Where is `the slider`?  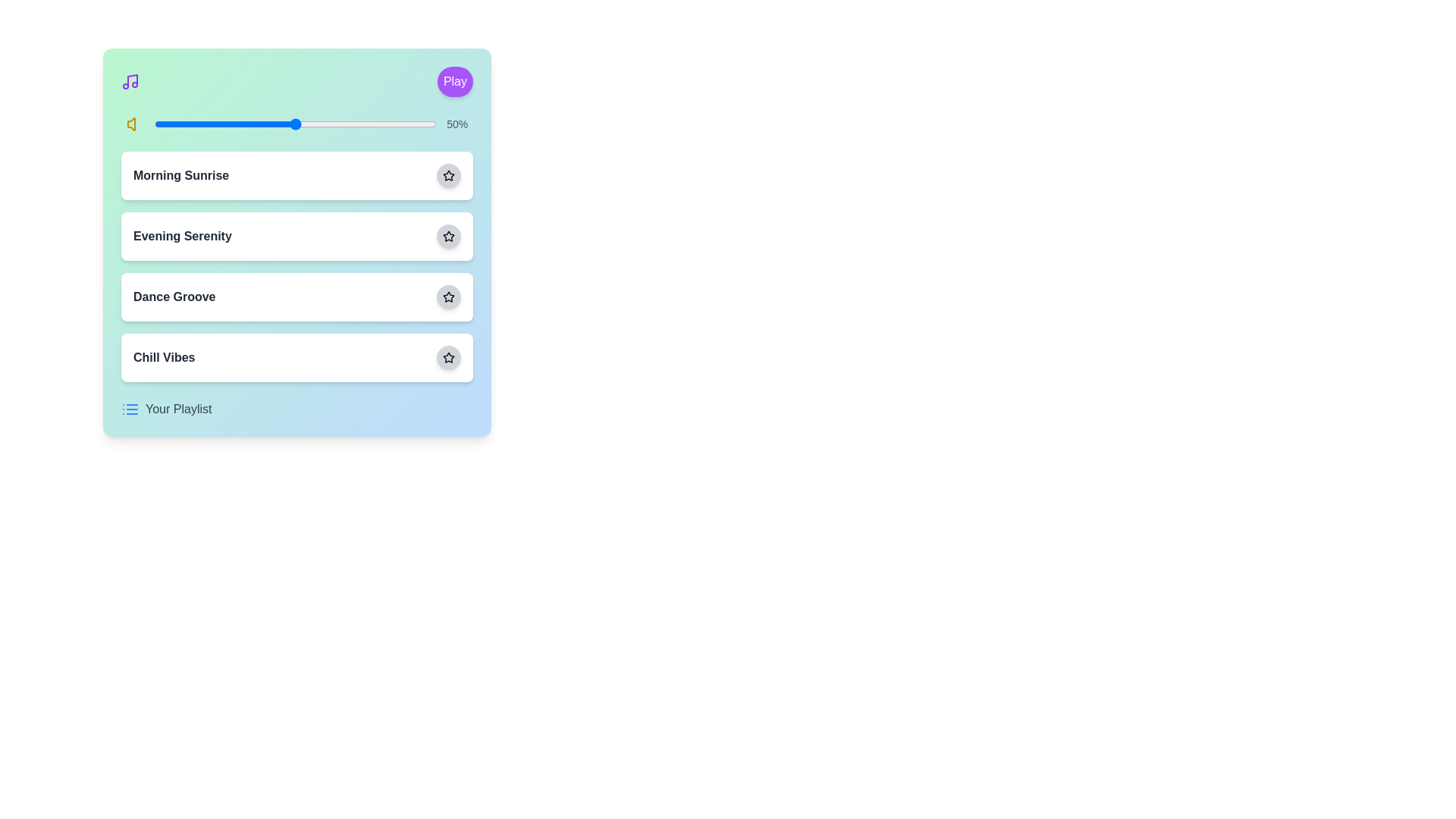
the slider is located at coordinates (366, 124).